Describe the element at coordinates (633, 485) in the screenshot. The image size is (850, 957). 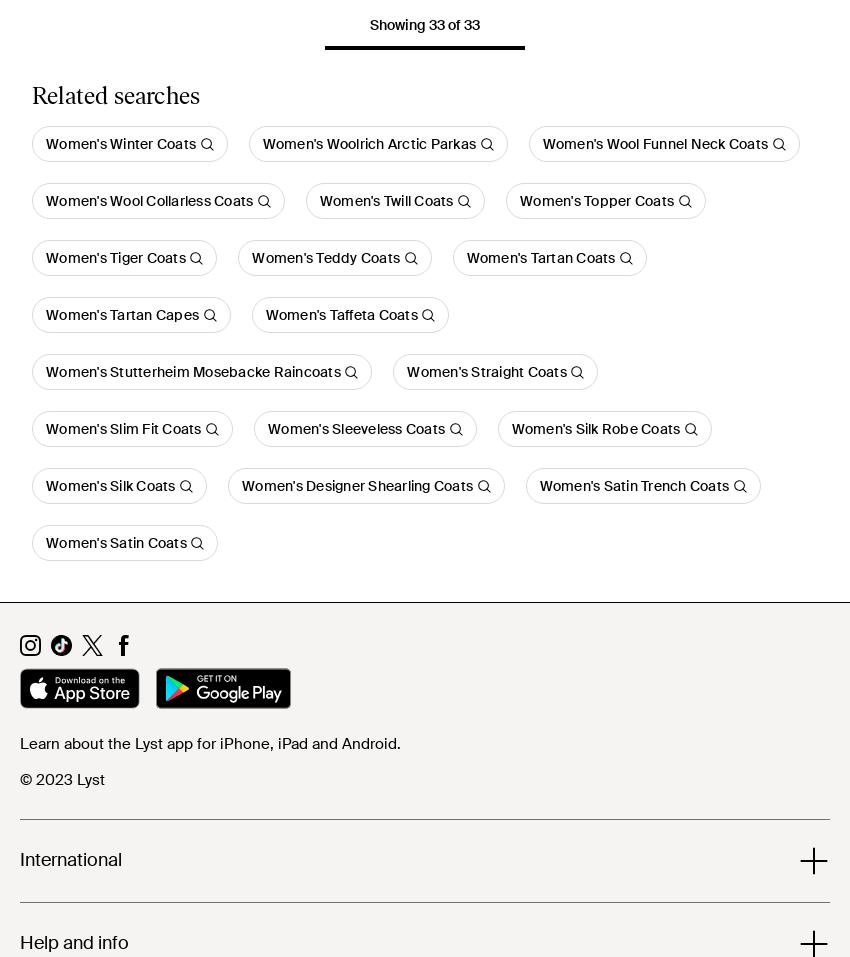
I see `'Women's Satin Trench Coats'` at that location.